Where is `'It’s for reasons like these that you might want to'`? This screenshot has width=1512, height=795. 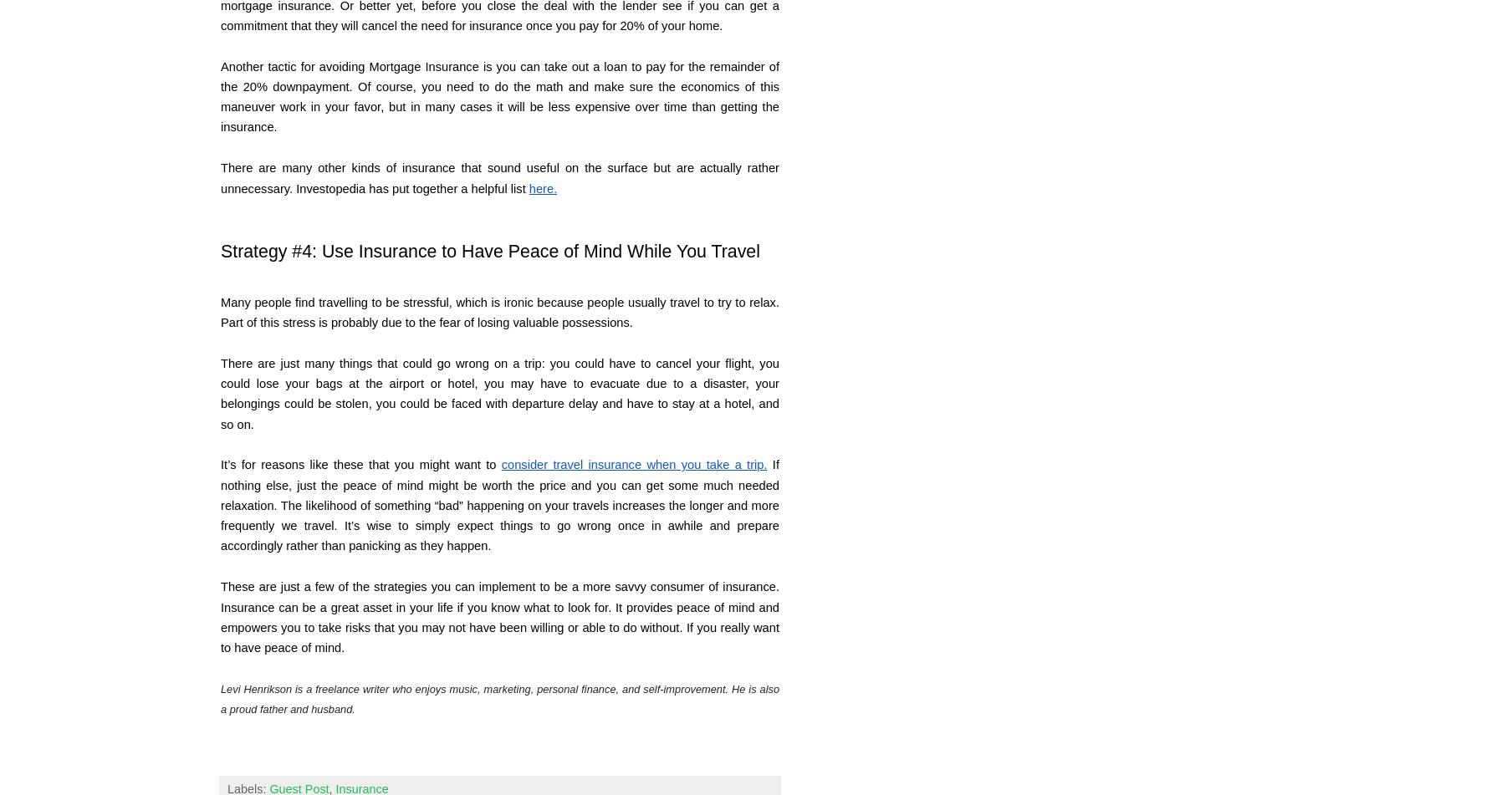
'It’s for reasons like these that you might want to' is located at coordinates (360, 463).